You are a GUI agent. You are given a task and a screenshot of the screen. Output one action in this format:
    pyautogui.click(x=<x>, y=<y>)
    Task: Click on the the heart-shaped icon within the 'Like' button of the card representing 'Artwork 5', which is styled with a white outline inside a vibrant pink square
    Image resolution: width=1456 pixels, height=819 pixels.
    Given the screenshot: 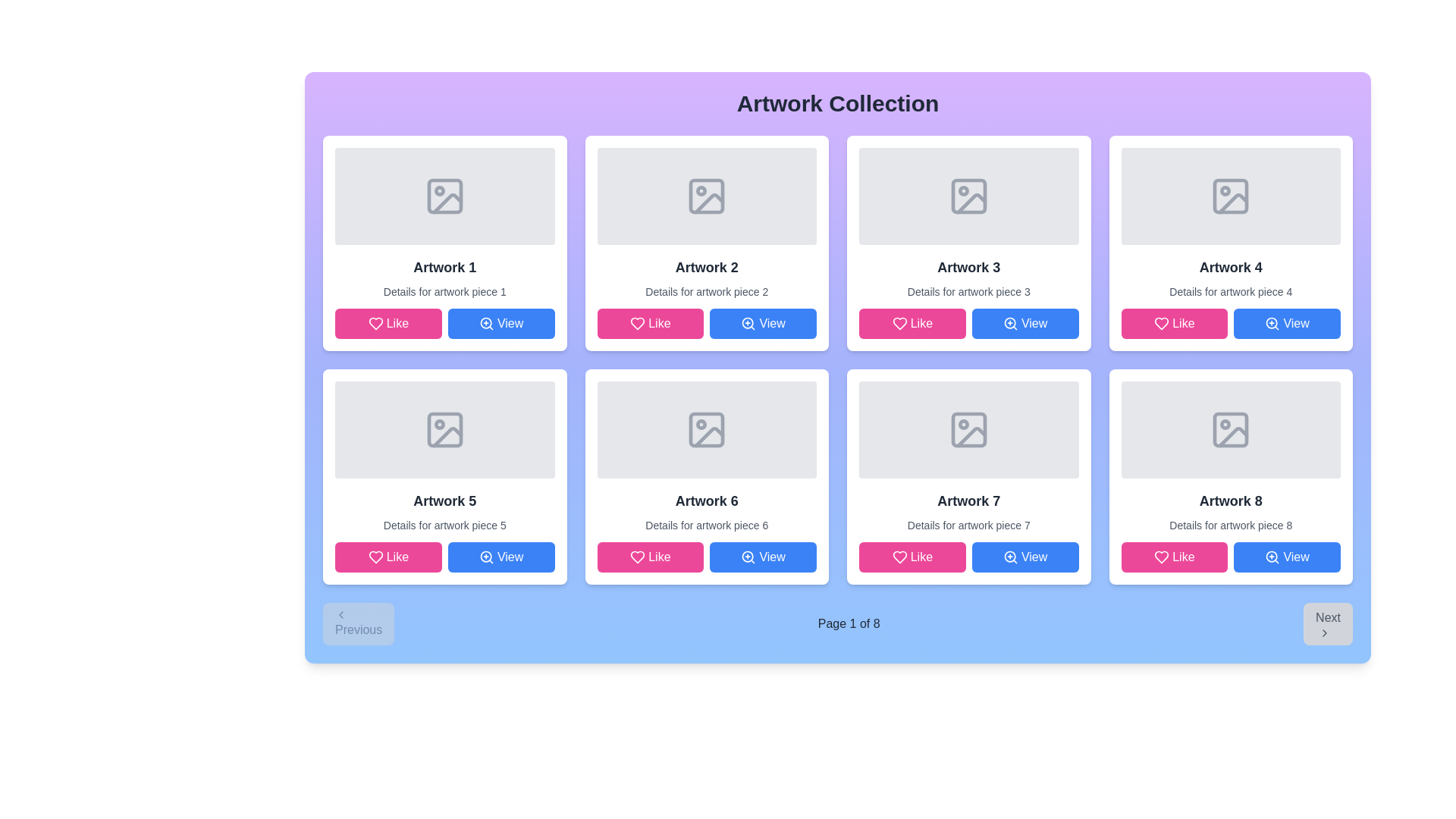 What is the action you would take?
    pyautogui.click(x=375, y=557)
    